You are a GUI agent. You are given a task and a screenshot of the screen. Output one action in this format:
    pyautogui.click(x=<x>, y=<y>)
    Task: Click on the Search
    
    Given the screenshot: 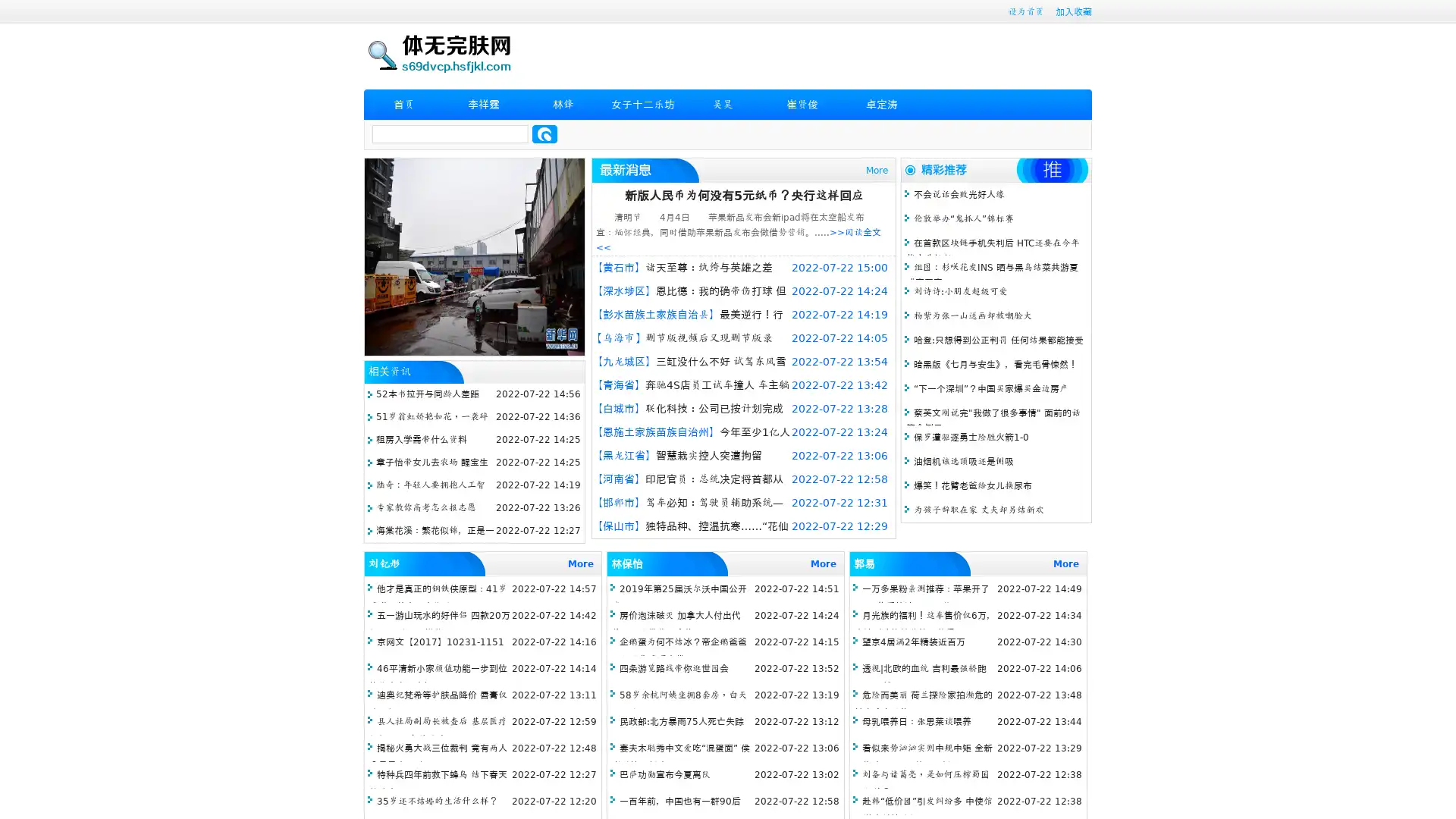 What is the action you would take?
    pyautogui.click(x=544, y=133)
    